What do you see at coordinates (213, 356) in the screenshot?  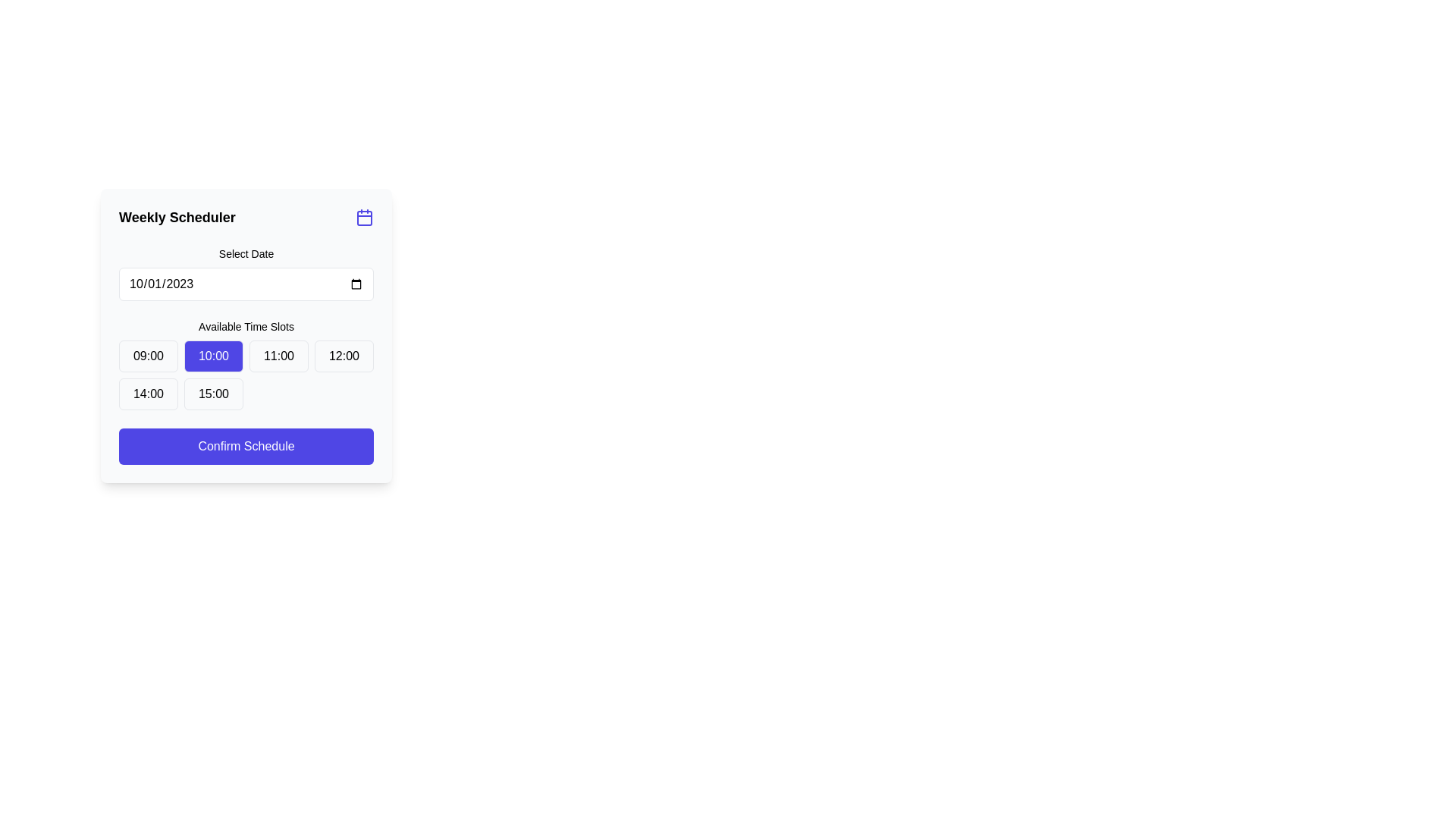 I see `the time slot button labeled '10:00' with a blue background` at bounding box center [213, 356].